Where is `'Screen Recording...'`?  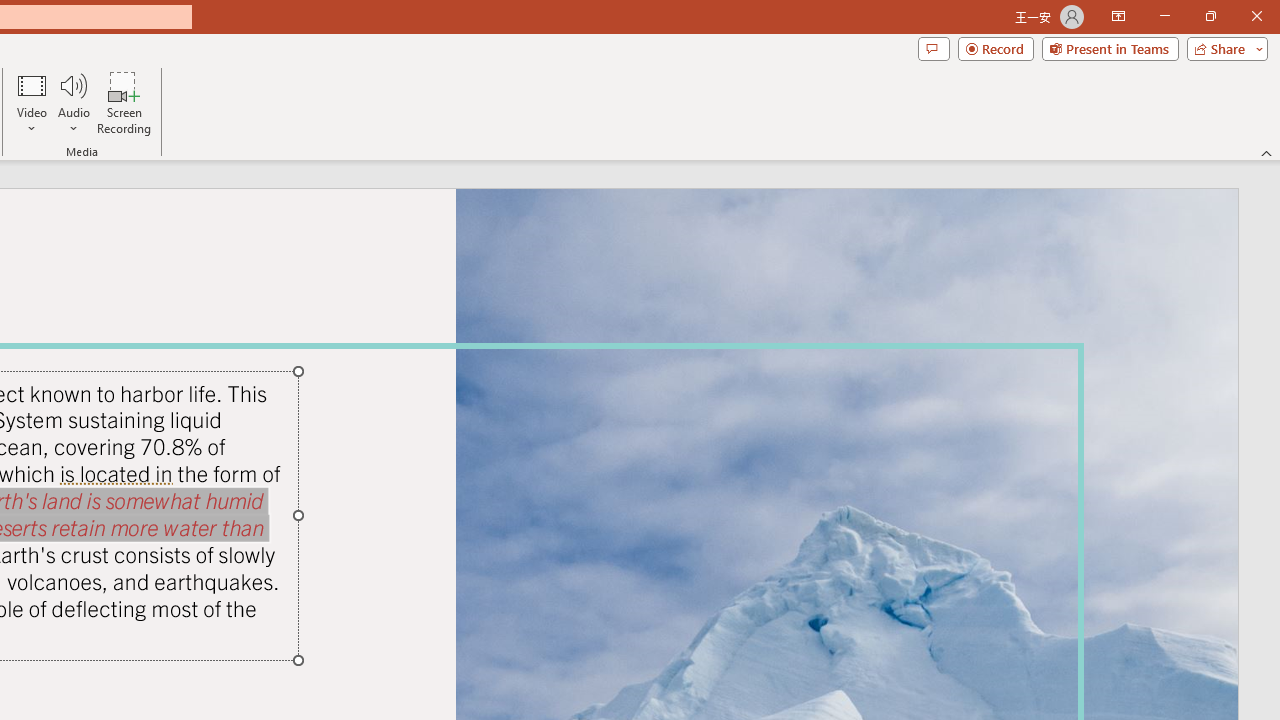 'Screen Recording...' is located at coordinates (123, 103).